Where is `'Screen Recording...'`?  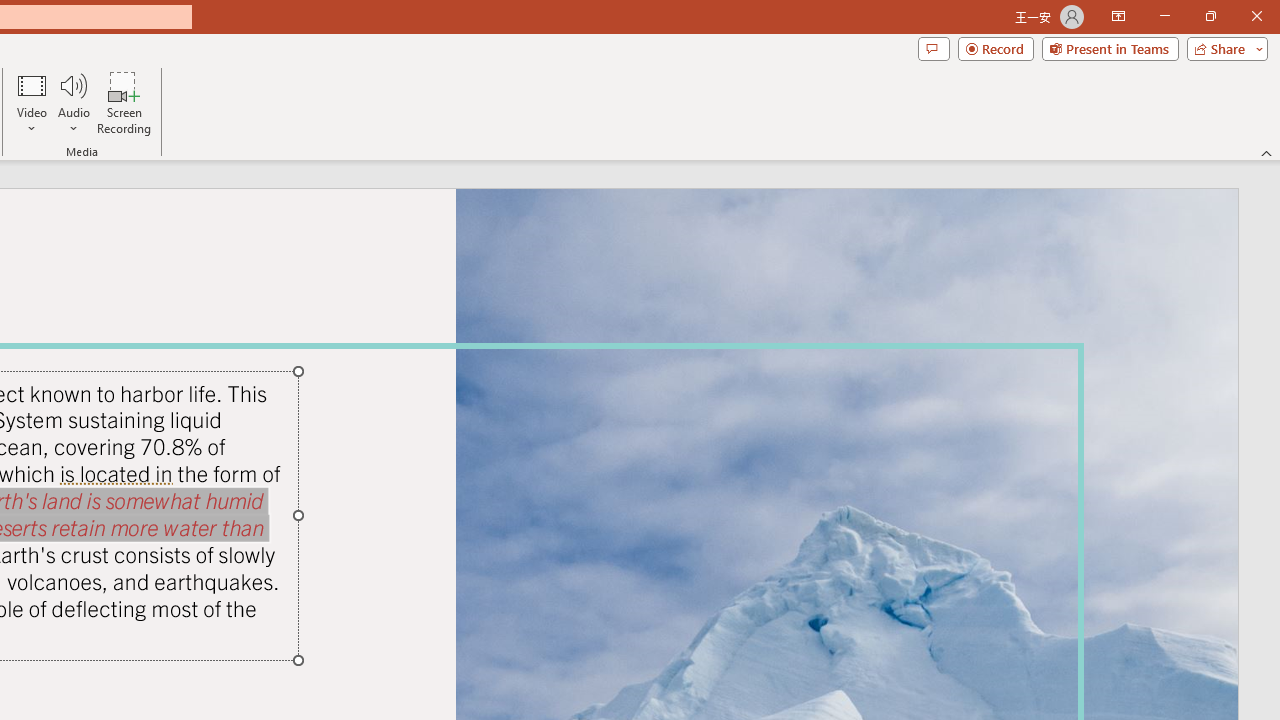 'Screen Recording...' is located at coordinates (123, 103).